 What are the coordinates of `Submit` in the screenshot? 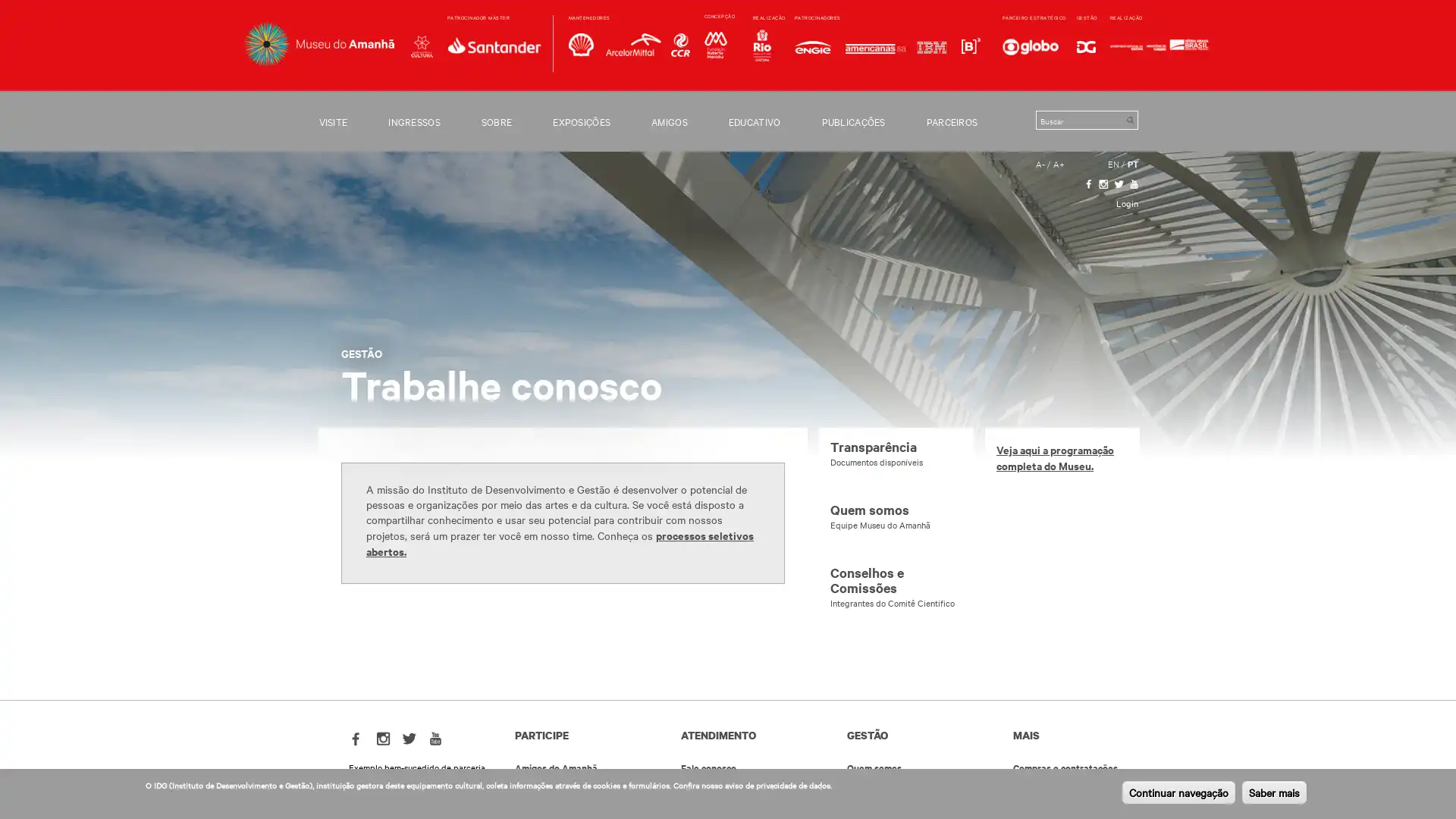 It's located at (1129, 119).